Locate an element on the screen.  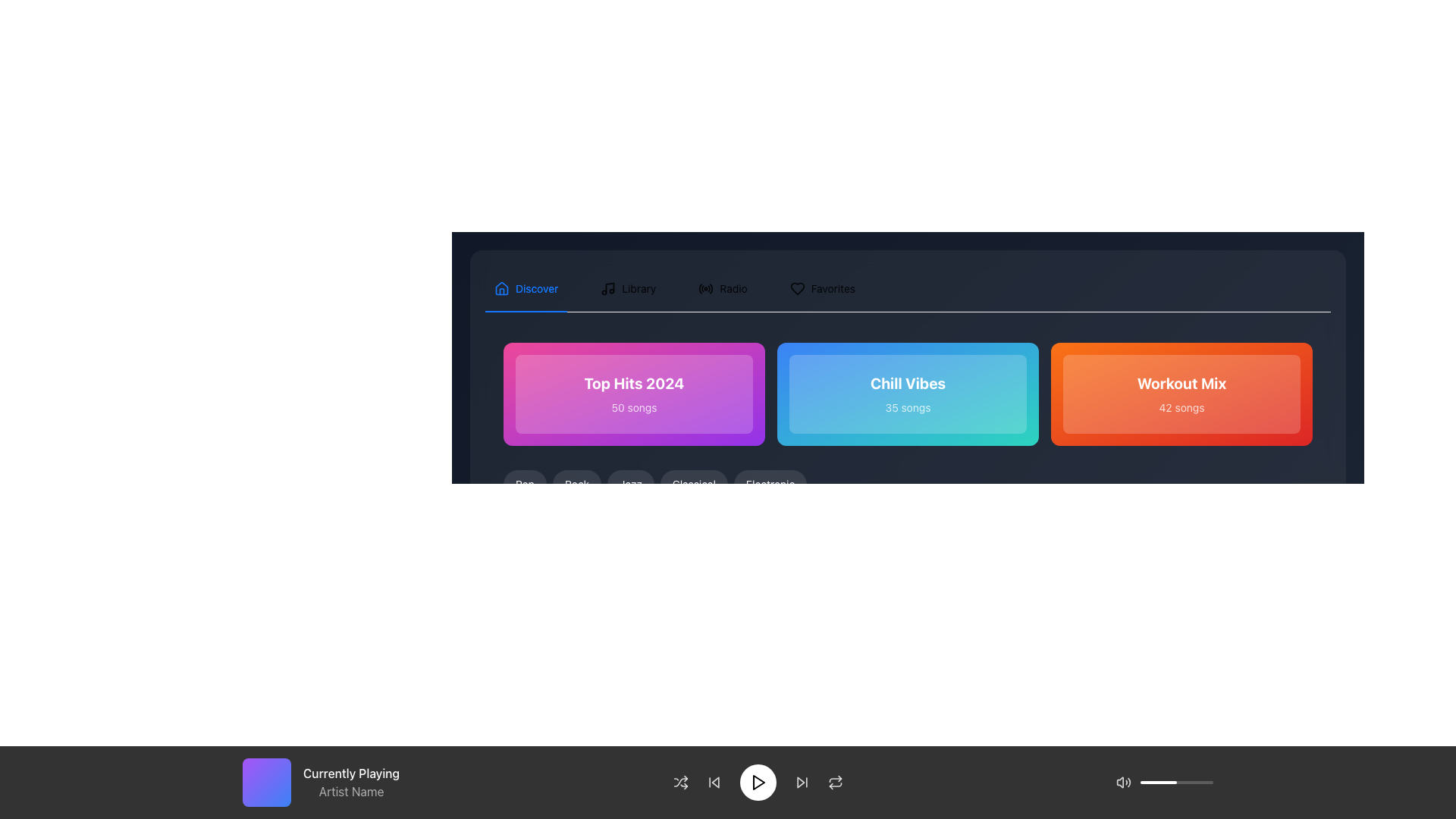
the shuffle playback button located in the bottom navigation bar is located at coordinates (679, 783).